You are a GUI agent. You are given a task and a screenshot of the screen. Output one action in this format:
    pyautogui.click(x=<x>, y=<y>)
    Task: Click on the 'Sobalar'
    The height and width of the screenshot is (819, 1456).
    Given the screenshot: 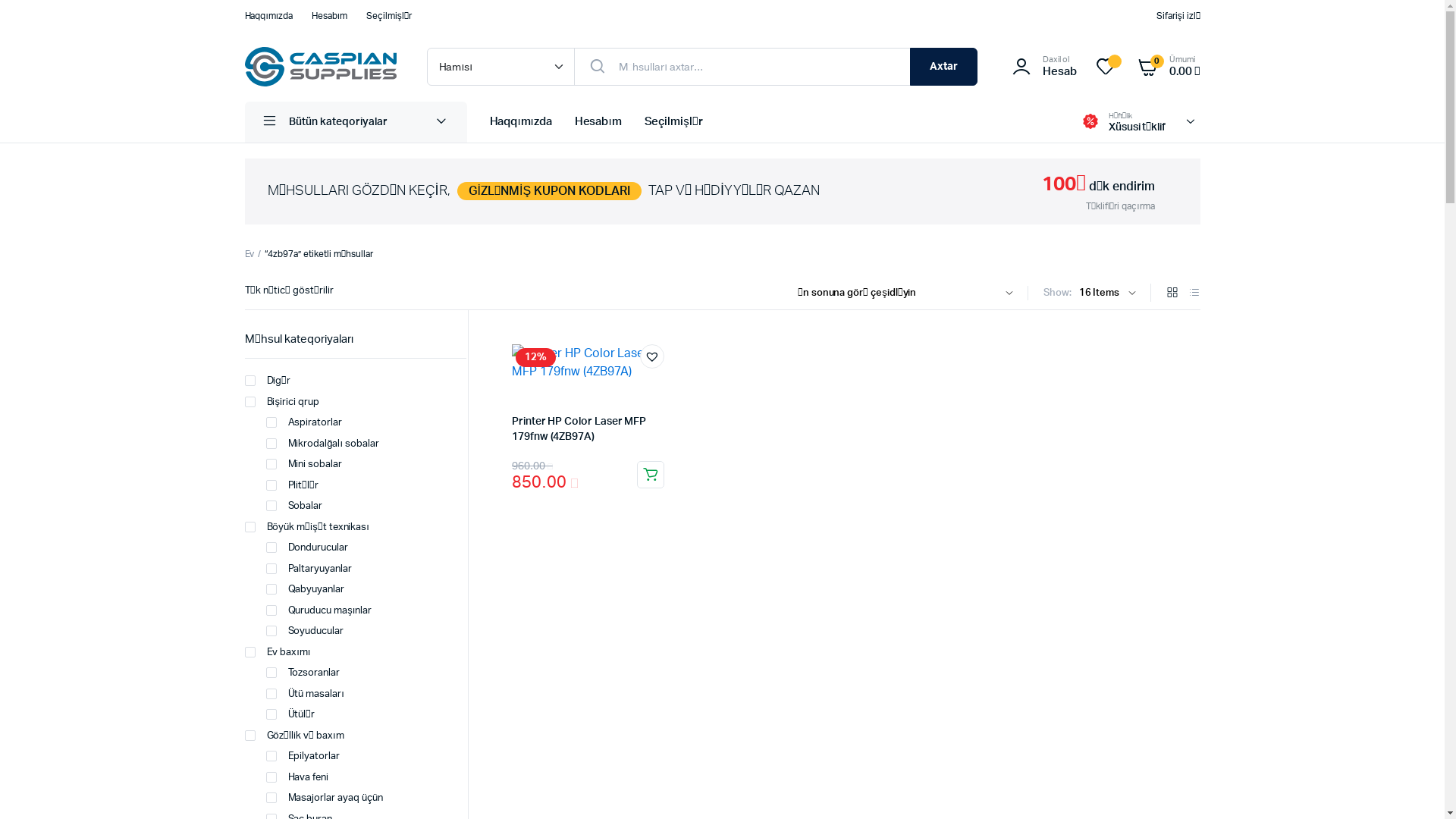 What is the action you would take?
    pyautogui.click(x=293, y=506)
    